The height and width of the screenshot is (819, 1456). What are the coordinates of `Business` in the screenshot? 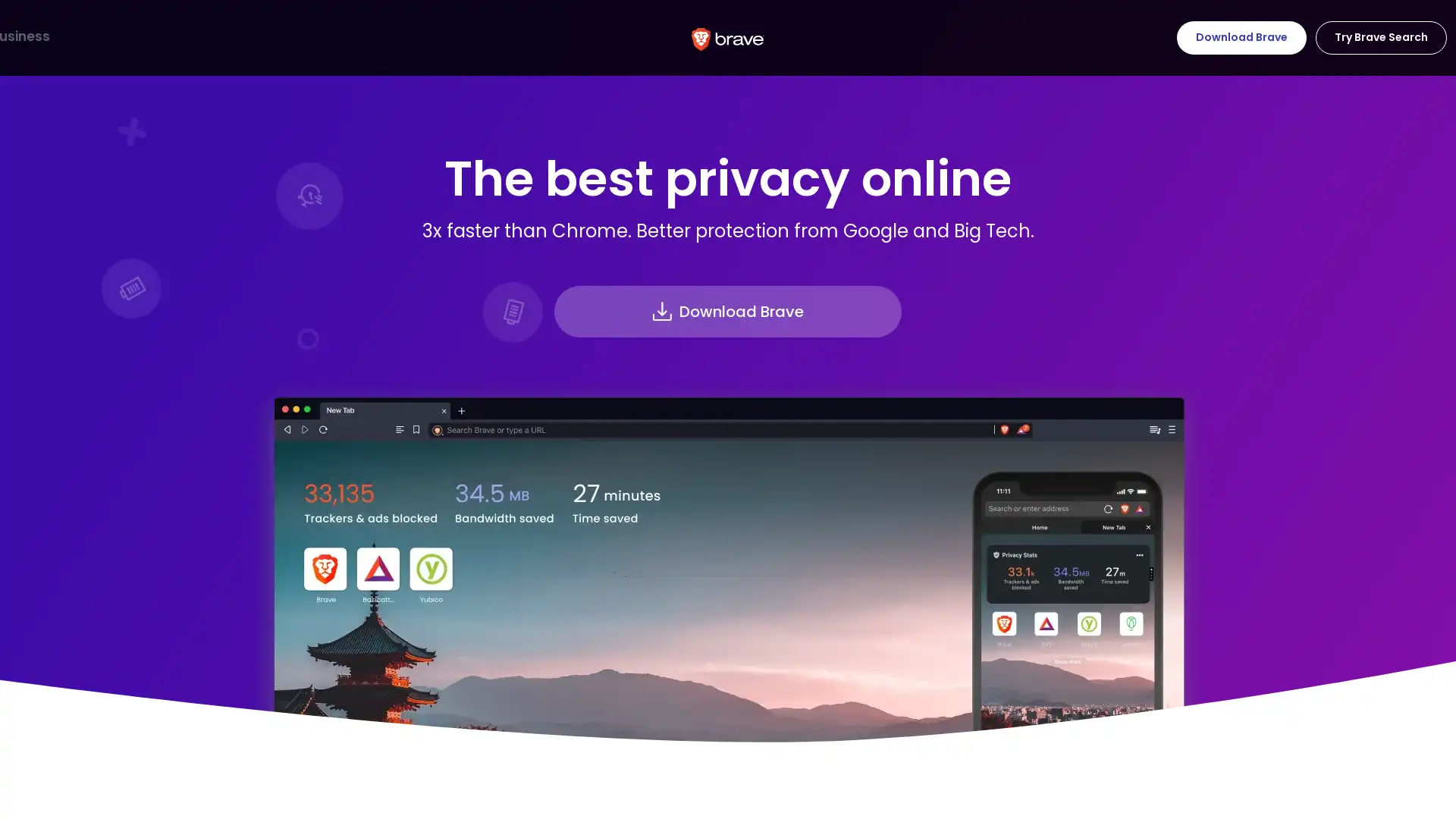 It's located at (356, 36).